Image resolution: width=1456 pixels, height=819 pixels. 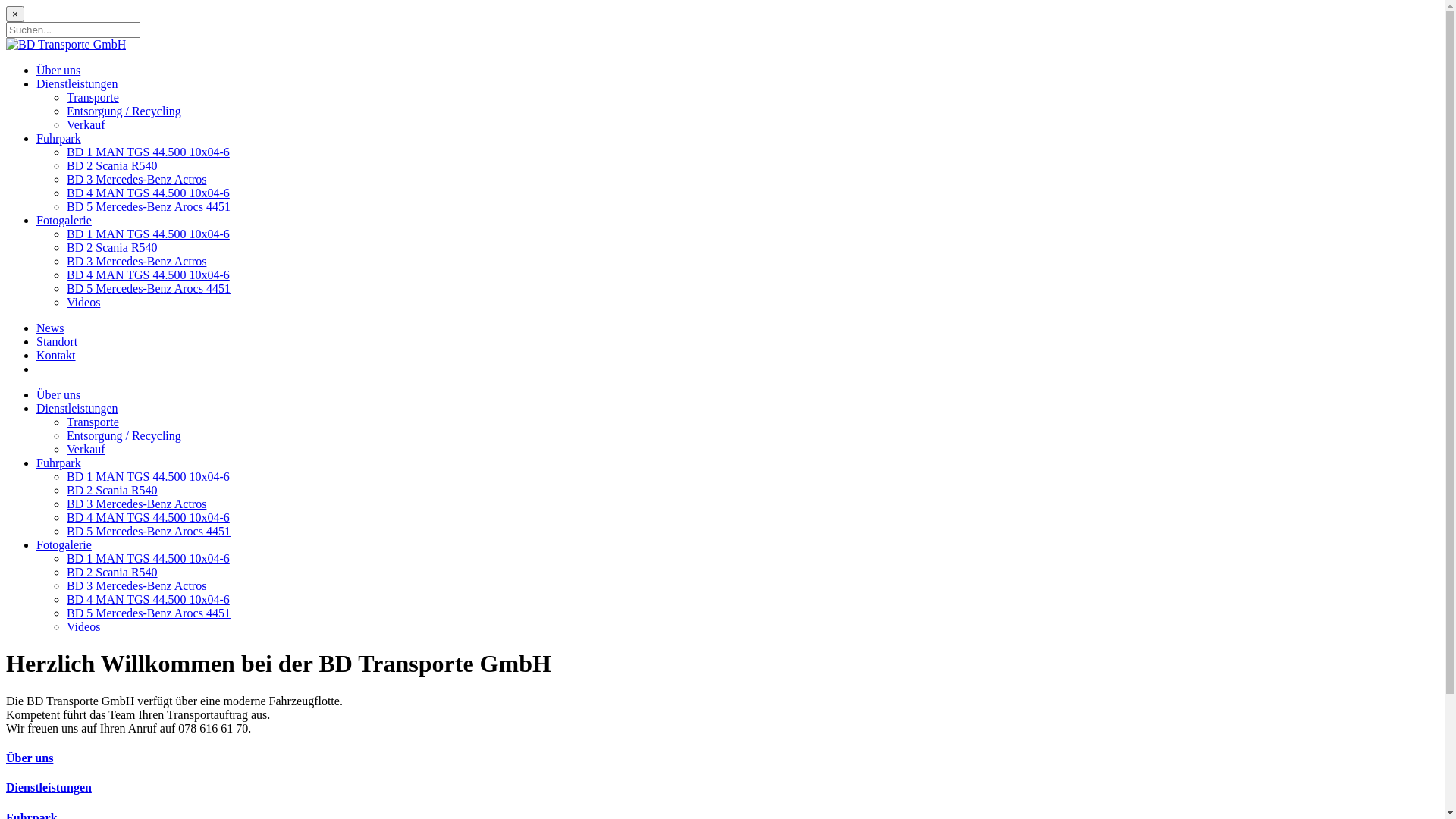 What do you see at coordinates (58, 138) in the screenshot?
I see `'Fuhrpark'` at bounding box center [58, 138].